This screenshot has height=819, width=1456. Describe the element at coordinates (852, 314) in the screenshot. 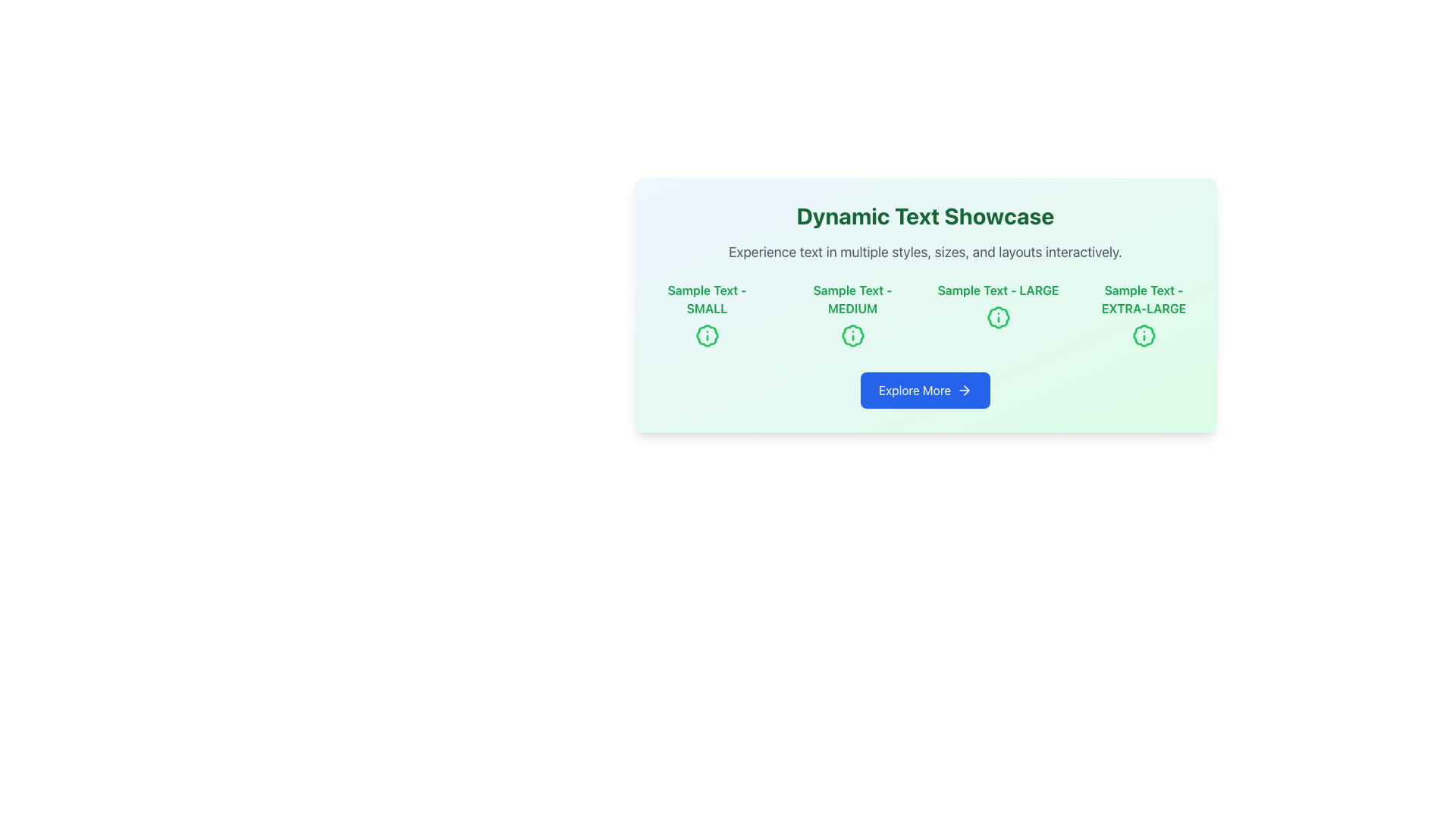

I see `the grid item labeled 'Sample Text - MEDIUM' which is the second component in a grid layout, positioned centrally under 'Dynamic Text Showcase'` at that location.